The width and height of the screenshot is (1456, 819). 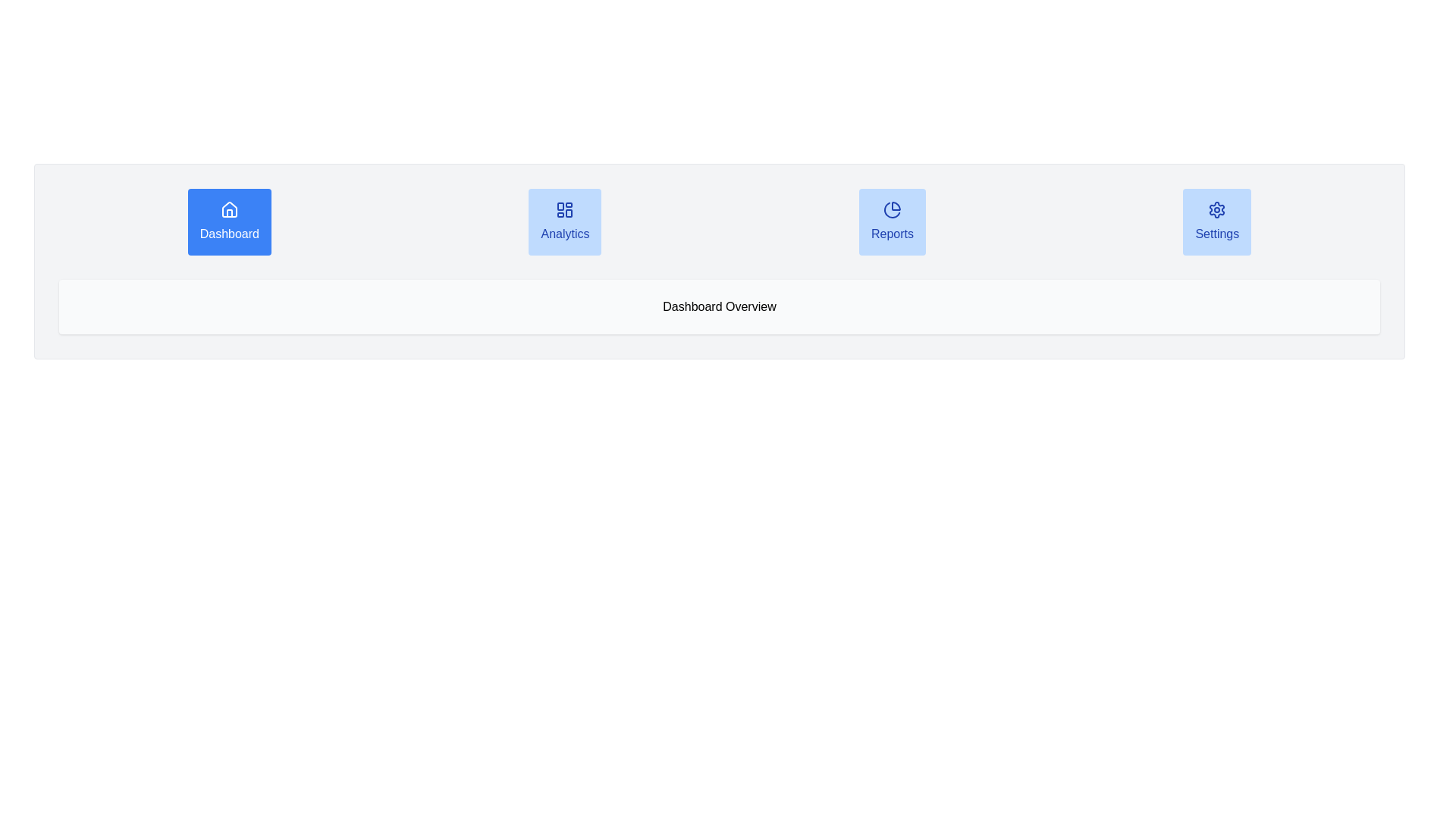 I want to click on the Analytics button located between the Dashboard and Reports buttons in the horizontal menu group, so click(x=564, y=222).